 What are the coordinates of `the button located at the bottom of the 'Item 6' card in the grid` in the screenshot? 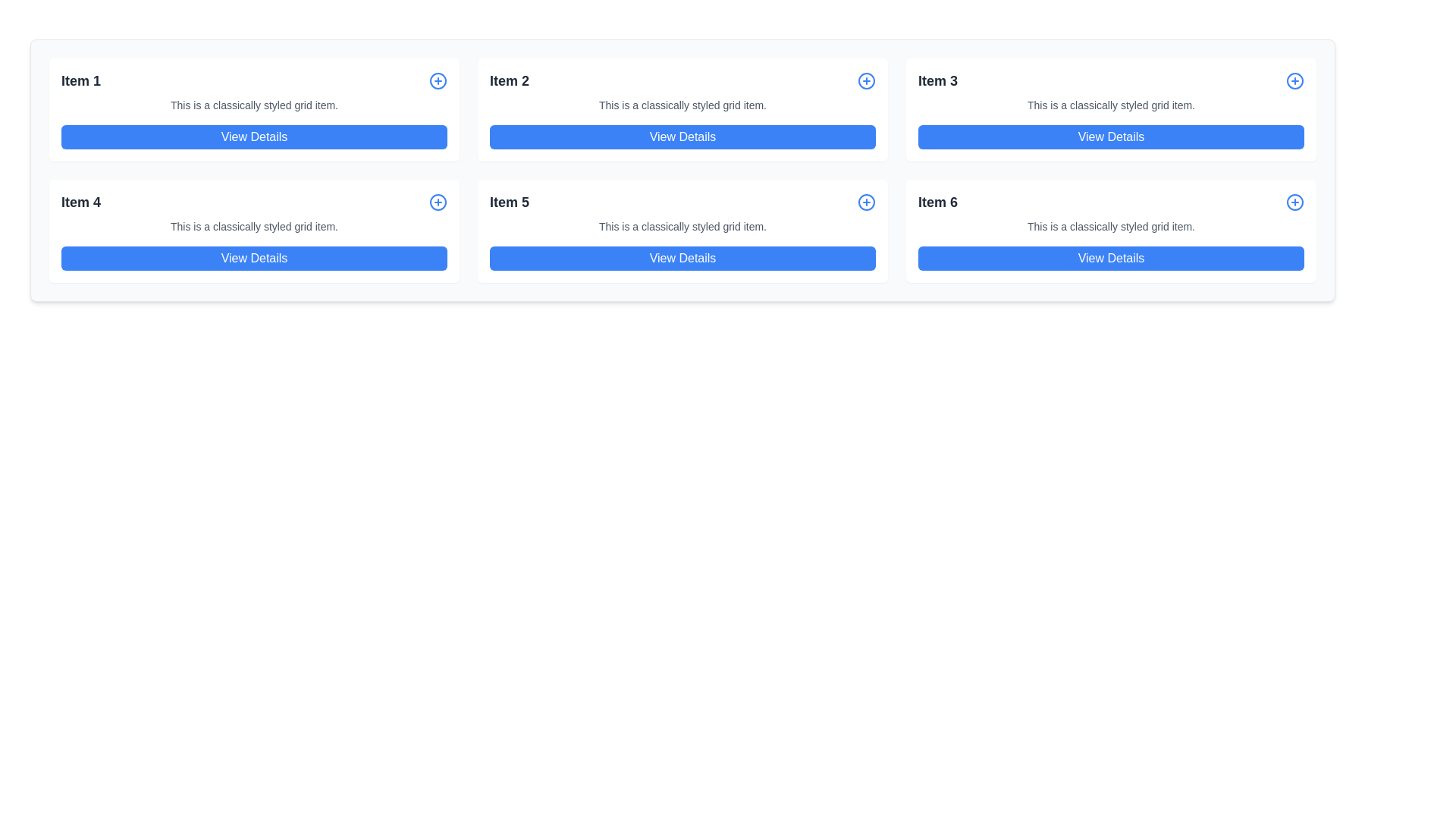 It's located at (1111, 257).